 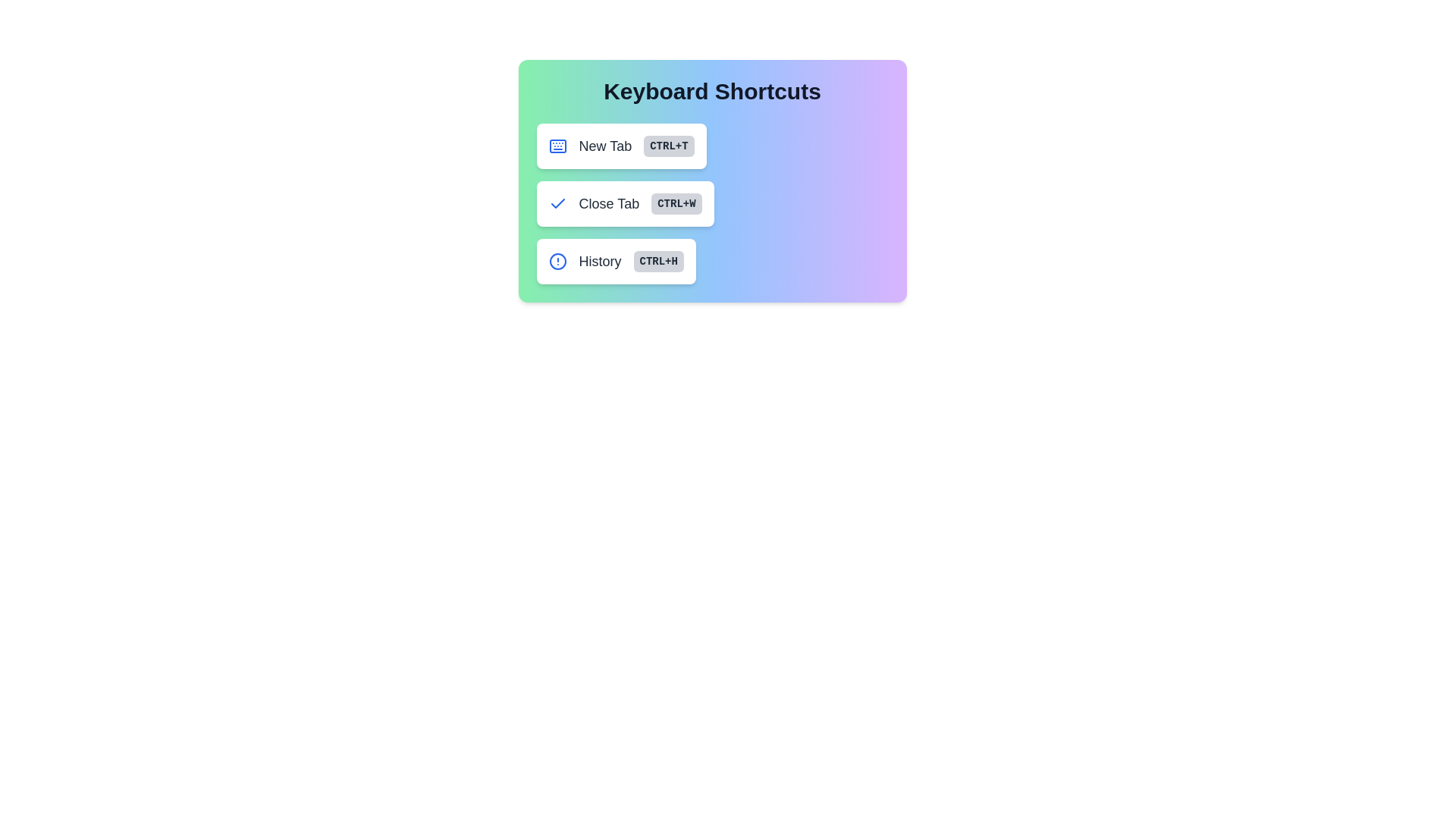 I want to click on the circular blue icon with warning marks, which is the first sibling element of the 'History Ctrl+H' button, so click(x=557, y=260).